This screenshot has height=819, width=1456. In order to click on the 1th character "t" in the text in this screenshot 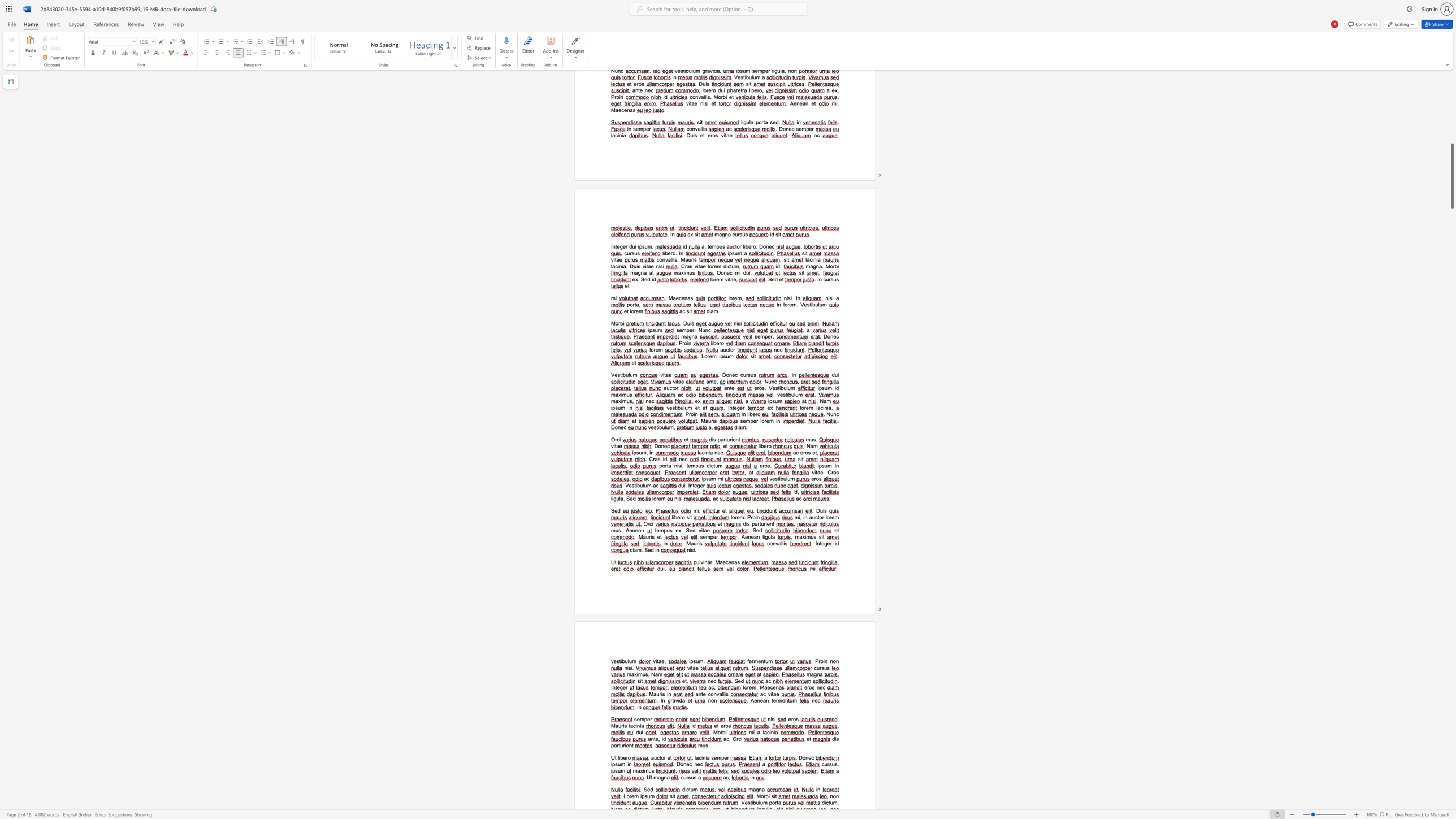, I will do `click(816, 453)`.